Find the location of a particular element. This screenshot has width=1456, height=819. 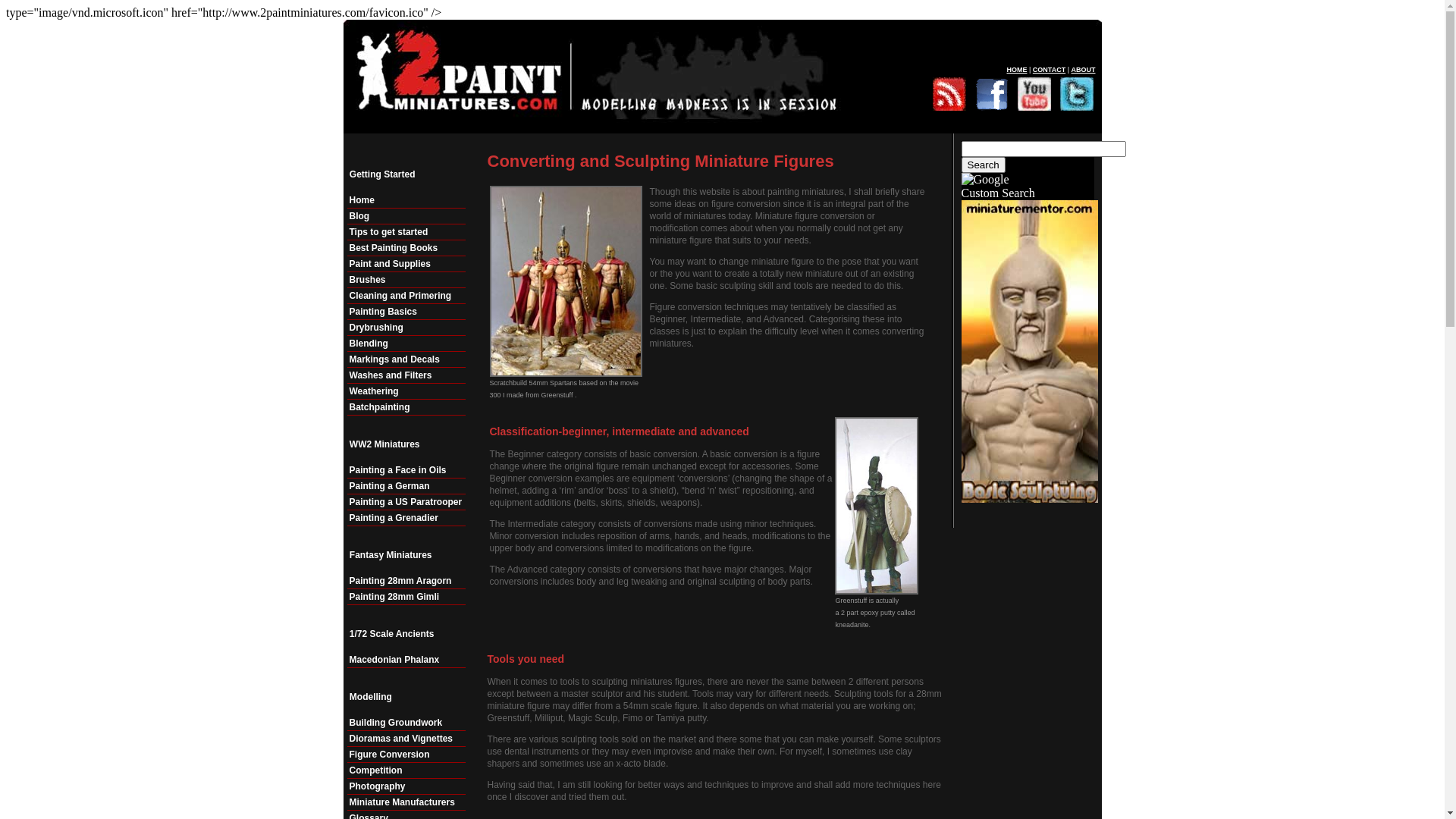

'Cleaning and Primering' is located at coordinates (406, 296).